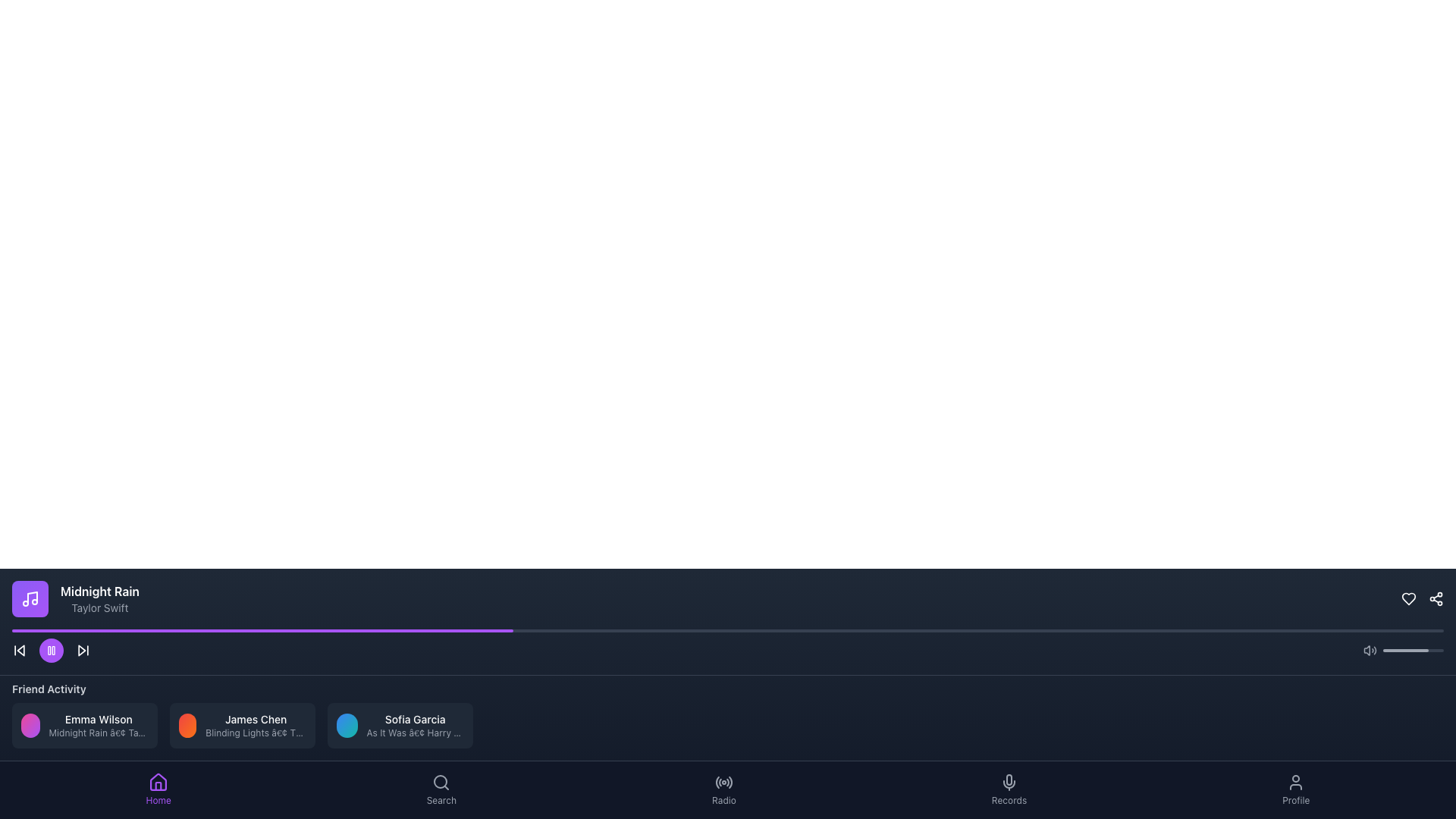 The width and height of the screenshot is (1456, 819). Describe the element at coordinates (53, 649) in the screenshot. I see `the right vertical rectangle of the pause icon` at that location.